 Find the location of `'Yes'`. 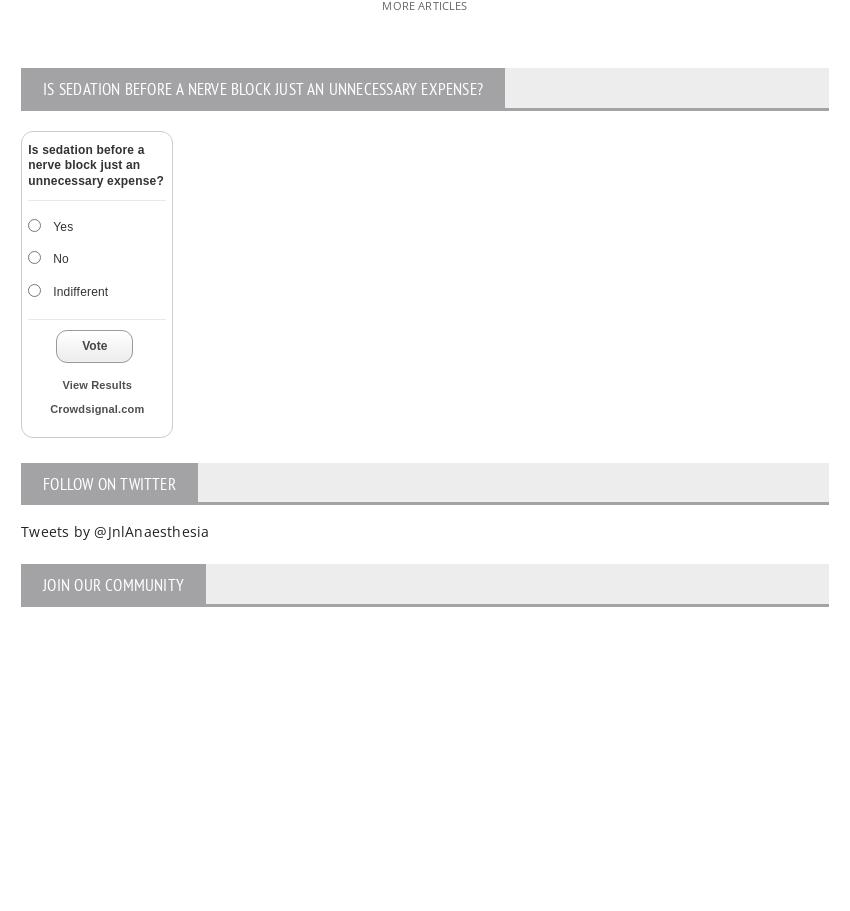

'Yes' is located at coordinates (62, 226).